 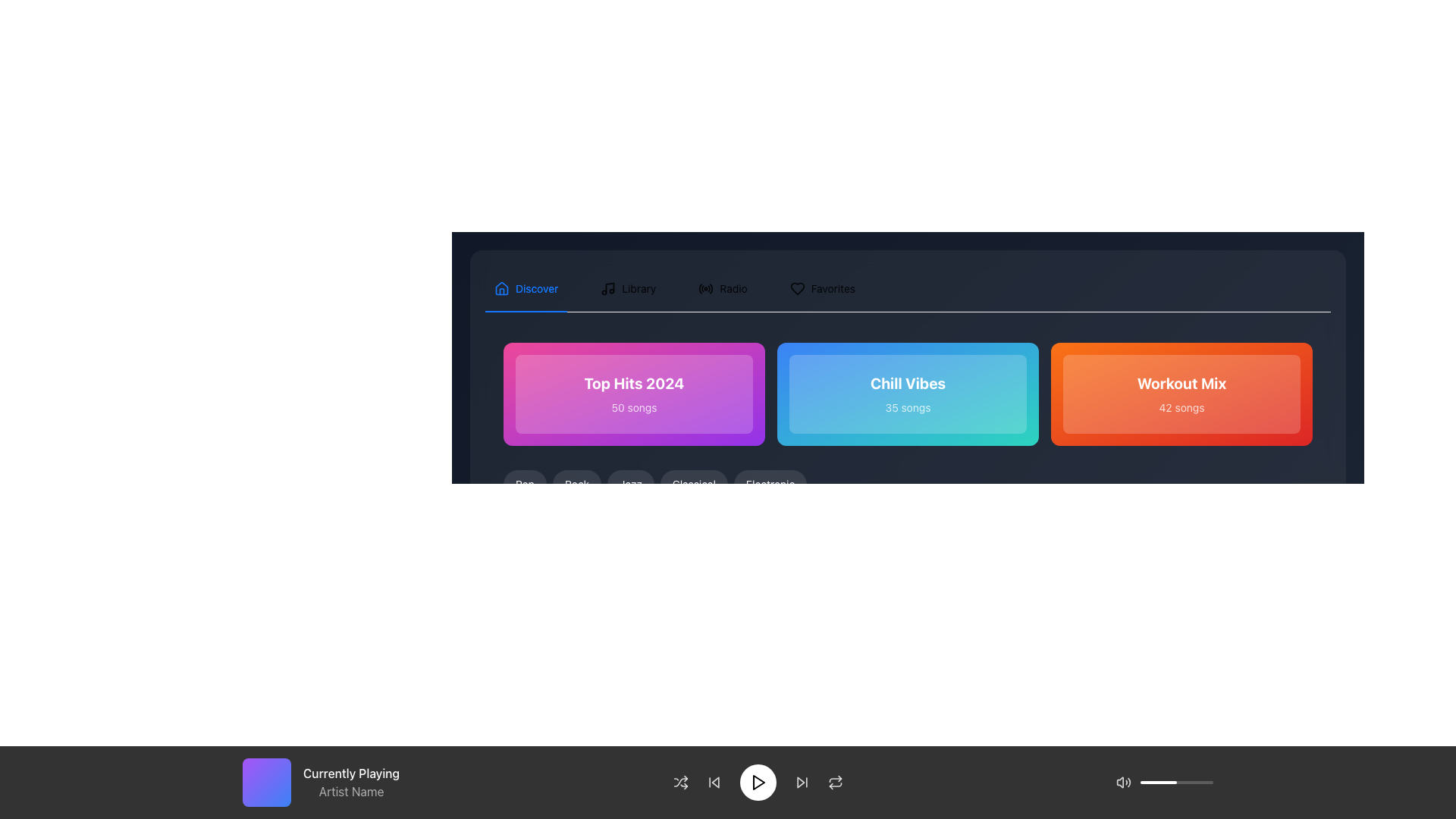 I want to click on the static text label displaying '35 songs', which is slightly translucent and positioned beneath the bold text 'Chill Vibes' within a gradient background card, so click(x=908, y=406).